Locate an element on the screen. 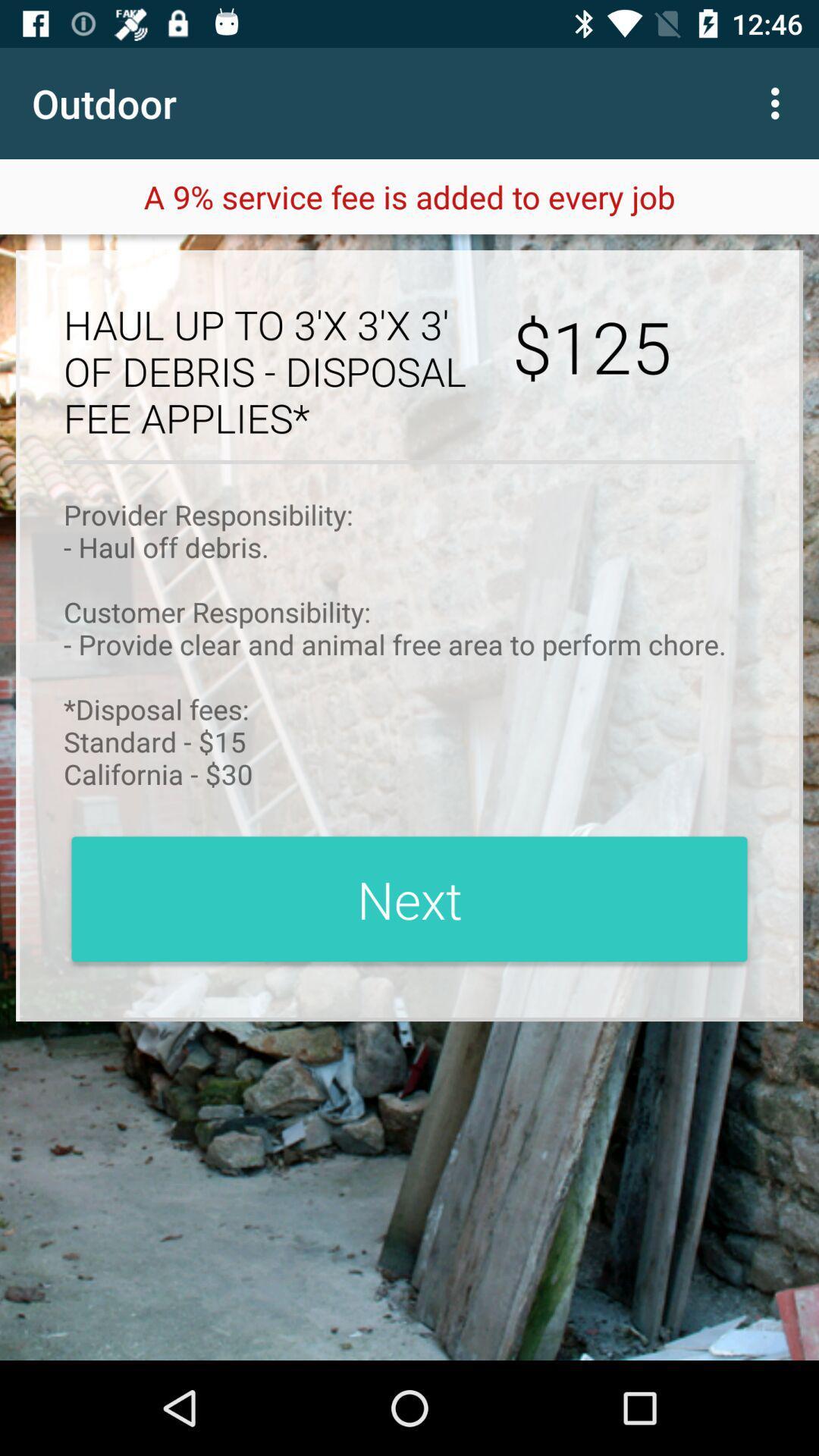  the icon below the provider responsibility  item is located at coordinates (409, 899).